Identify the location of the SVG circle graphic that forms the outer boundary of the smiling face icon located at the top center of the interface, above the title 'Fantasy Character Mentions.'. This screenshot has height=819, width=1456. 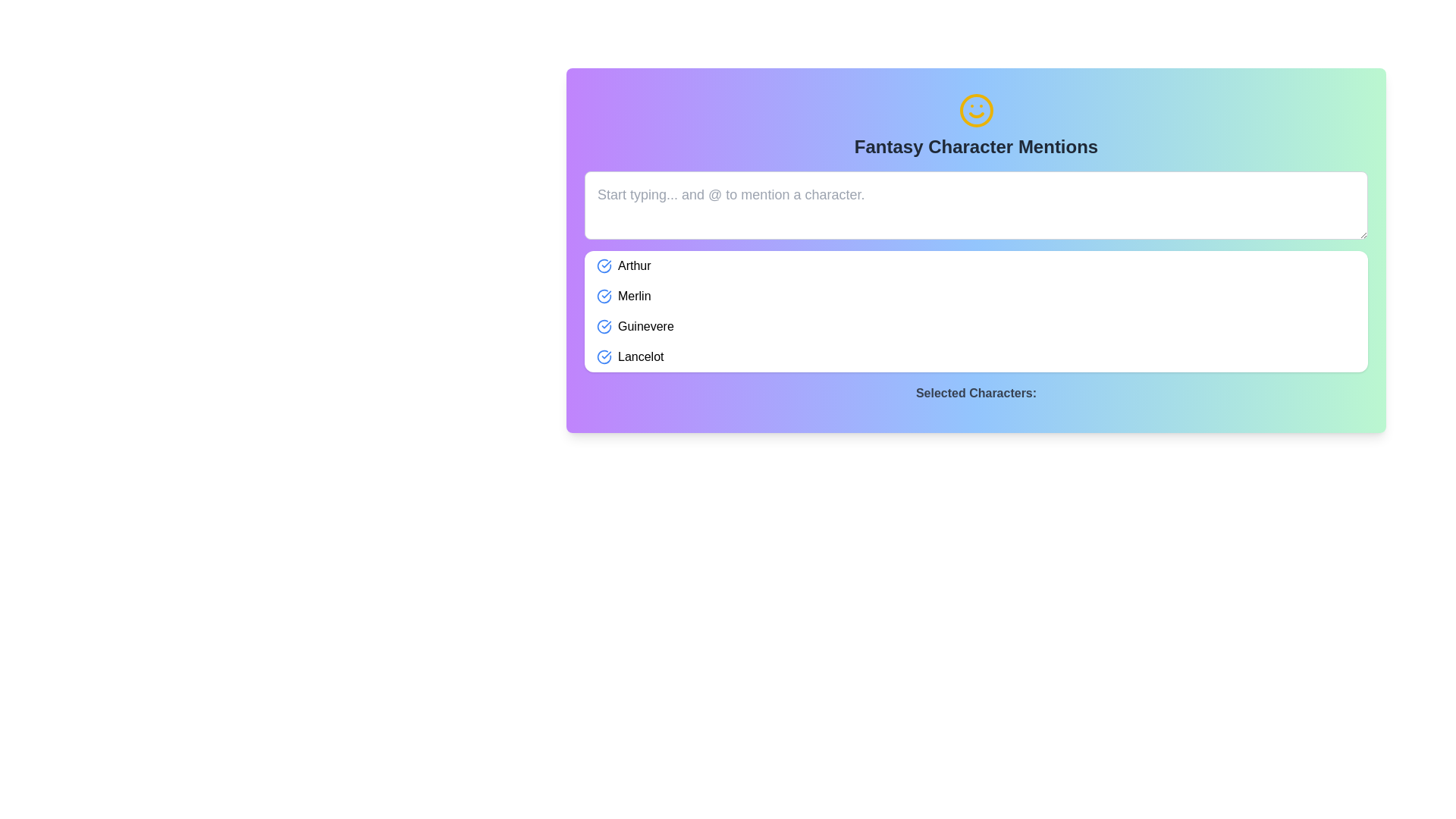
(976, 110).